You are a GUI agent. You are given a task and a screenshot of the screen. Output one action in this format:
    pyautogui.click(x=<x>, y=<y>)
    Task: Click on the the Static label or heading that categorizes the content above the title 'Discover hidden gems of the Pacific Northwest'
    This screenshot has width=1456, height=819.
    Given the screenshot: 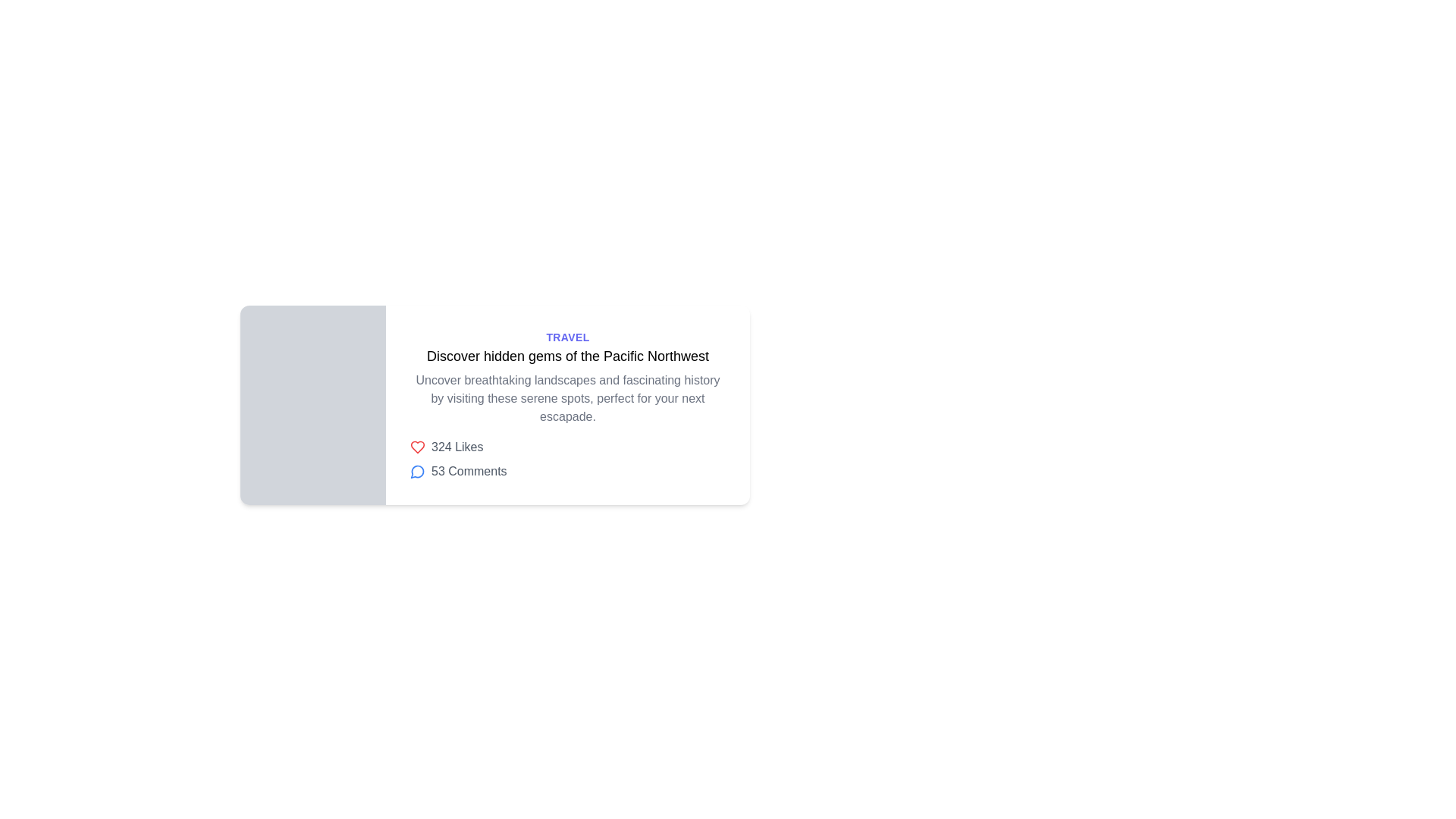 What is the action you would take?
    pyautogui.click(x=566, y=336)
    